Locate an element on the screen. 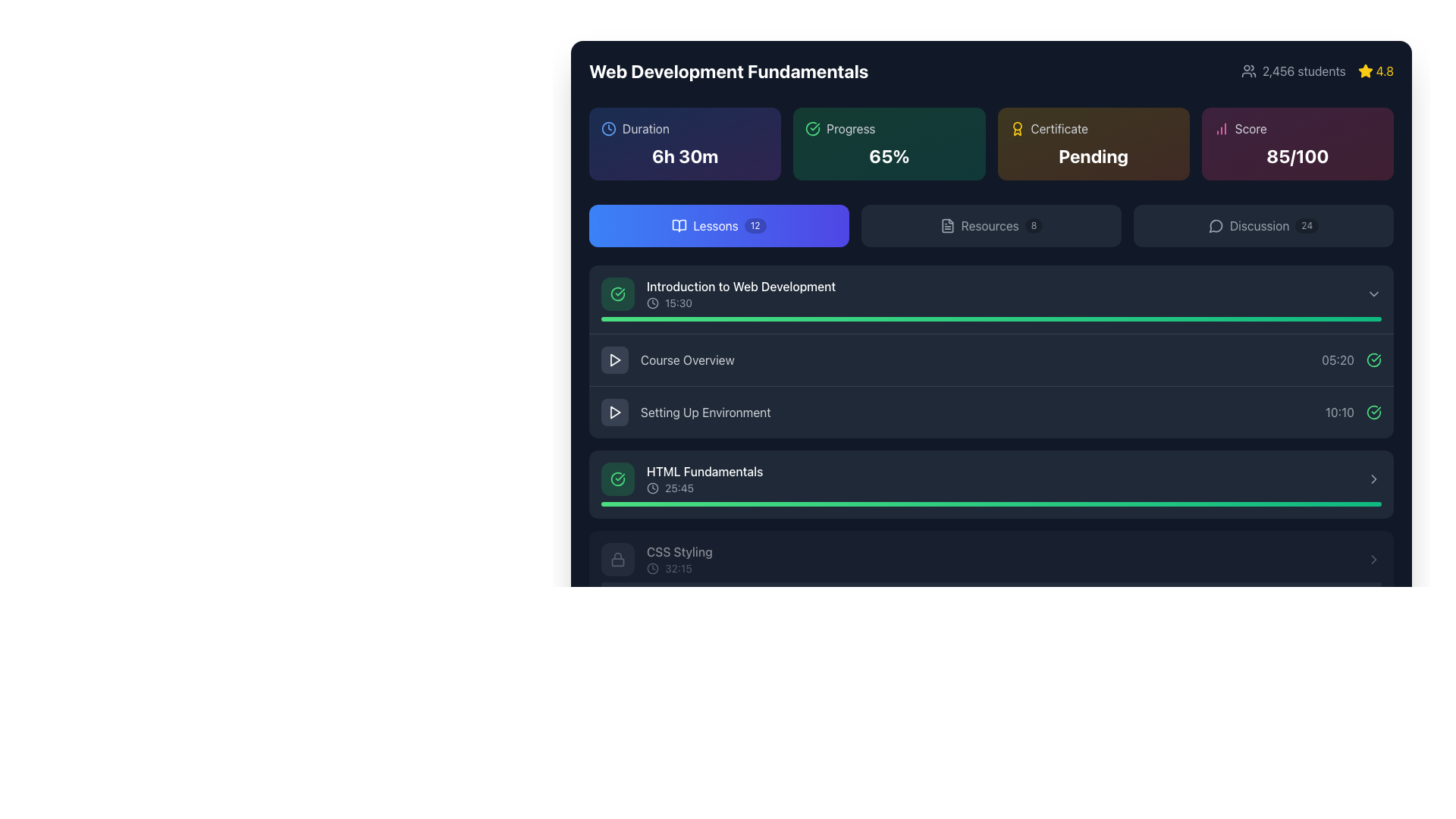  the first list item for the 'Introduction to Web Development' lesson is located at coordinates (991, 299).